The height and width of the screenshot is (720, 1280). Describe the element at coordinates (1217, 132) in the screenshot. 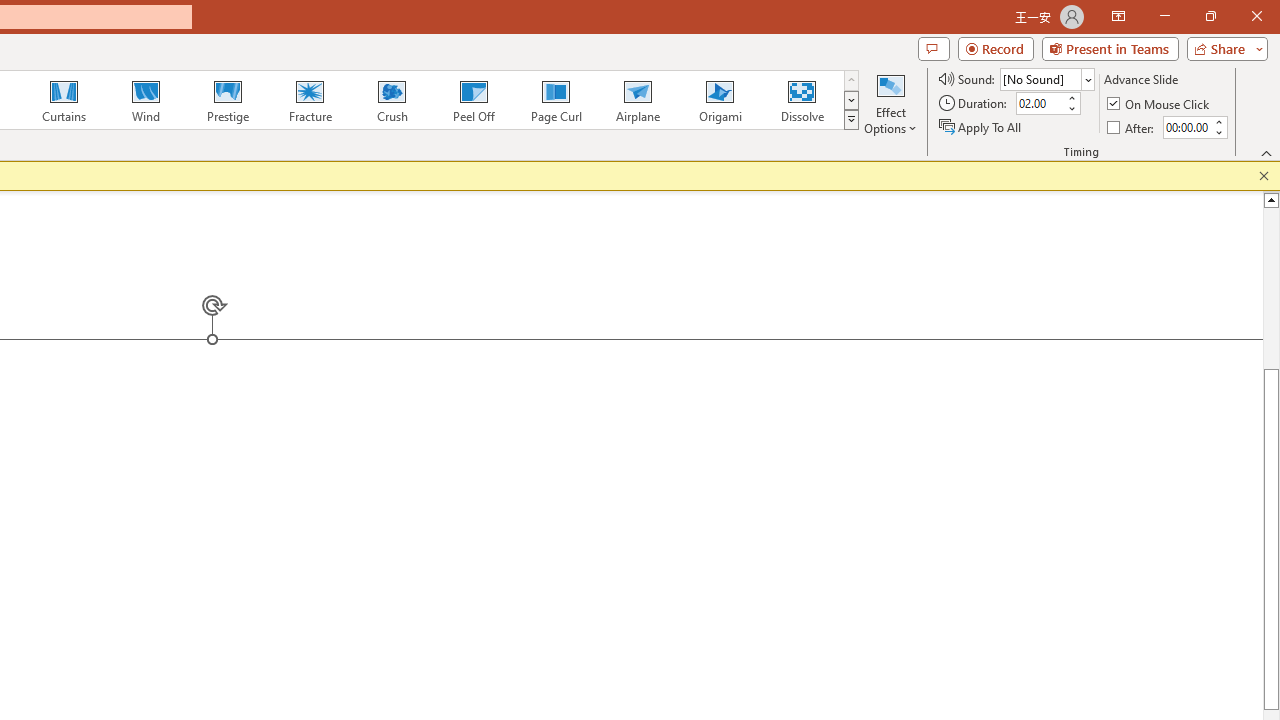

I see `'Less'` at that location.